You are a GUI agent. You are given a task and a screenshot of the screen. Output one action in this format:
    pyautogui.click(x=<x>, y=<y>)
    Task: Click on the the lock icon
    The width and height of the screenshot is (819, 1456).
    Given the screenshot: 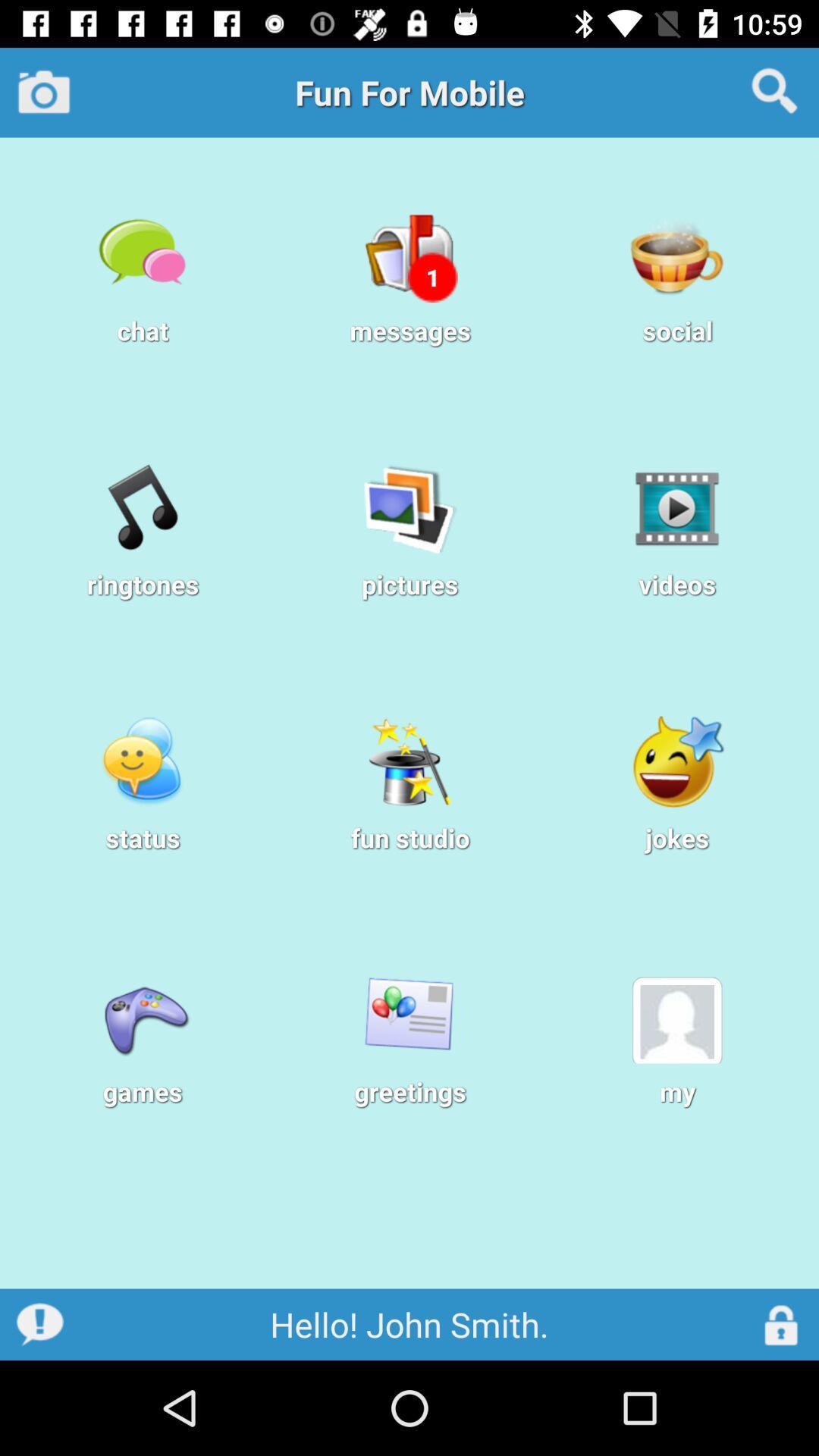 What is the action you would take?
    pyautogui.click(x=781, y=1323)
    